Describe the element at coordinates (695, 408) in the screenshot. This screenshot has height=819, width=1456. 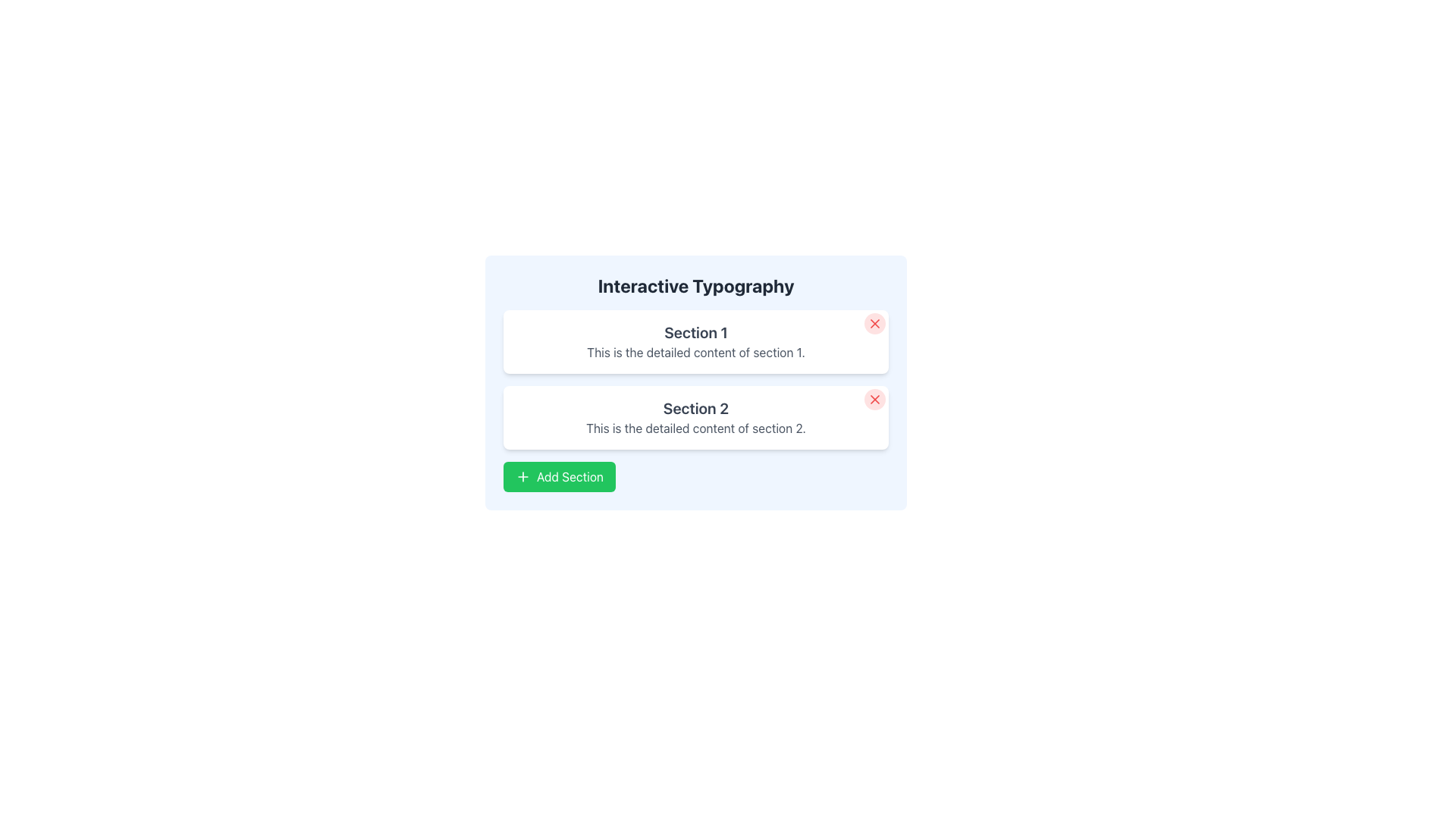
I see `header text for Section 2, which is positioned at the top of the box representing Section 2, above the detailed content description and to the left of the close button` at that location.